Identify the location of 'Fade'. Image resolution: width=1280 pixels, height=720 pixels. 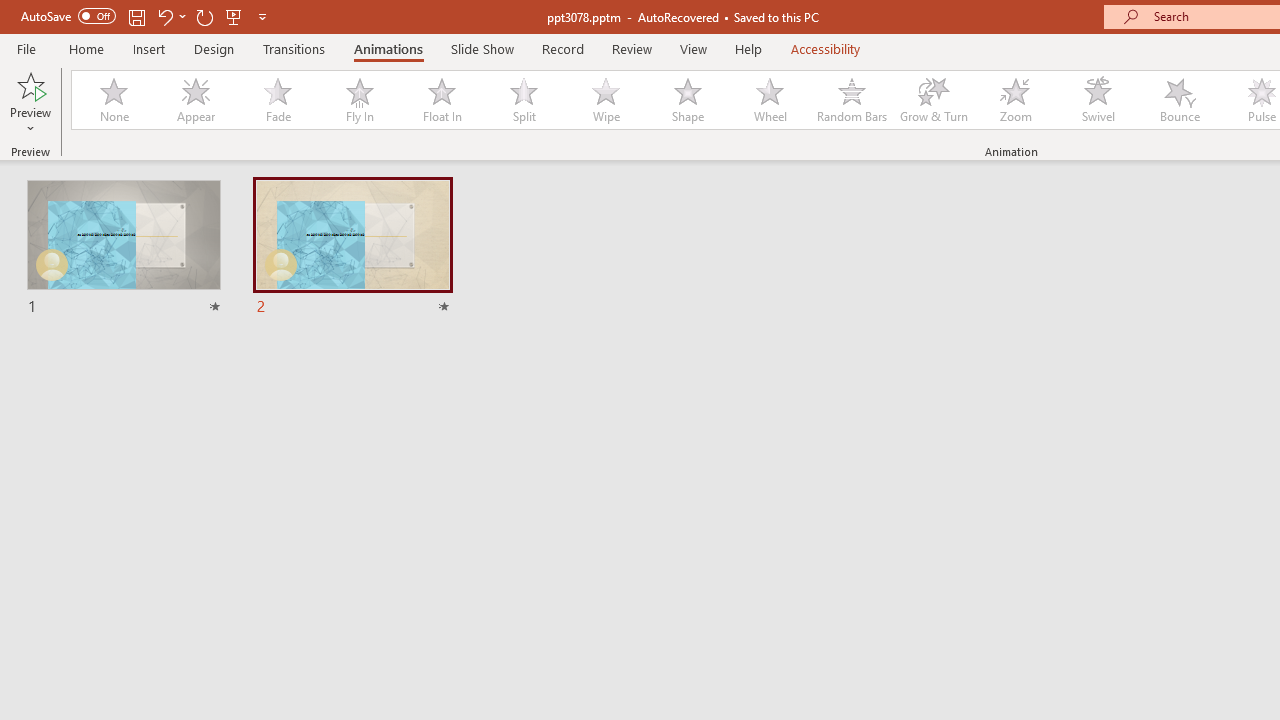
(276, 100).